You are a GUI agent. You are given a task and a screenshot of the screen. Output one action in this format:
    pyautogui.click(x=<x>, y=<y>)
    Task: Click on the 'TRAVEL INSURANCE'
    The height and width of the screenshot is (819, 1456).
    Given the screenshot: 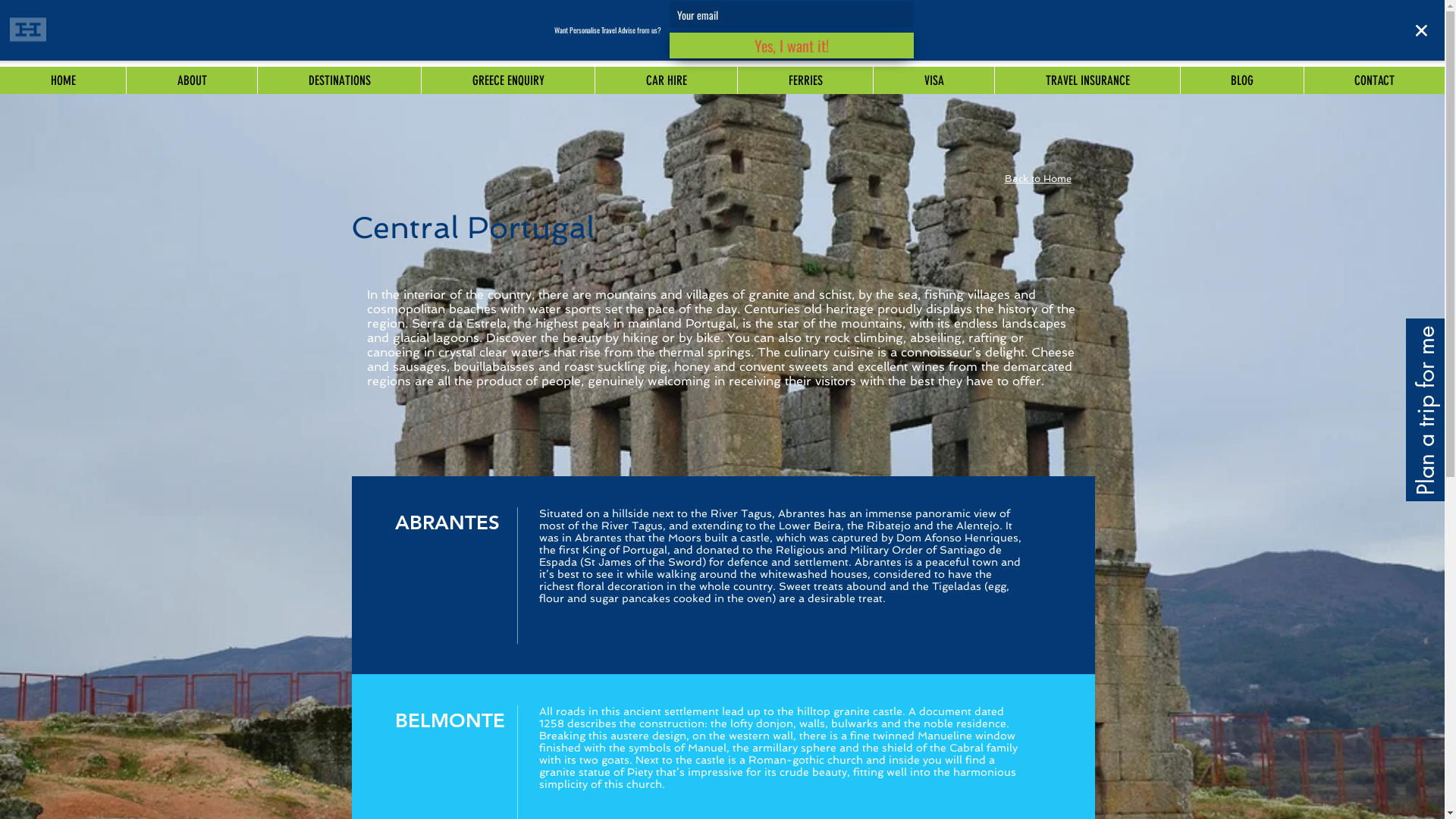 What is the action you would take?
    pyautogui.click(x=1086, y=80)
    